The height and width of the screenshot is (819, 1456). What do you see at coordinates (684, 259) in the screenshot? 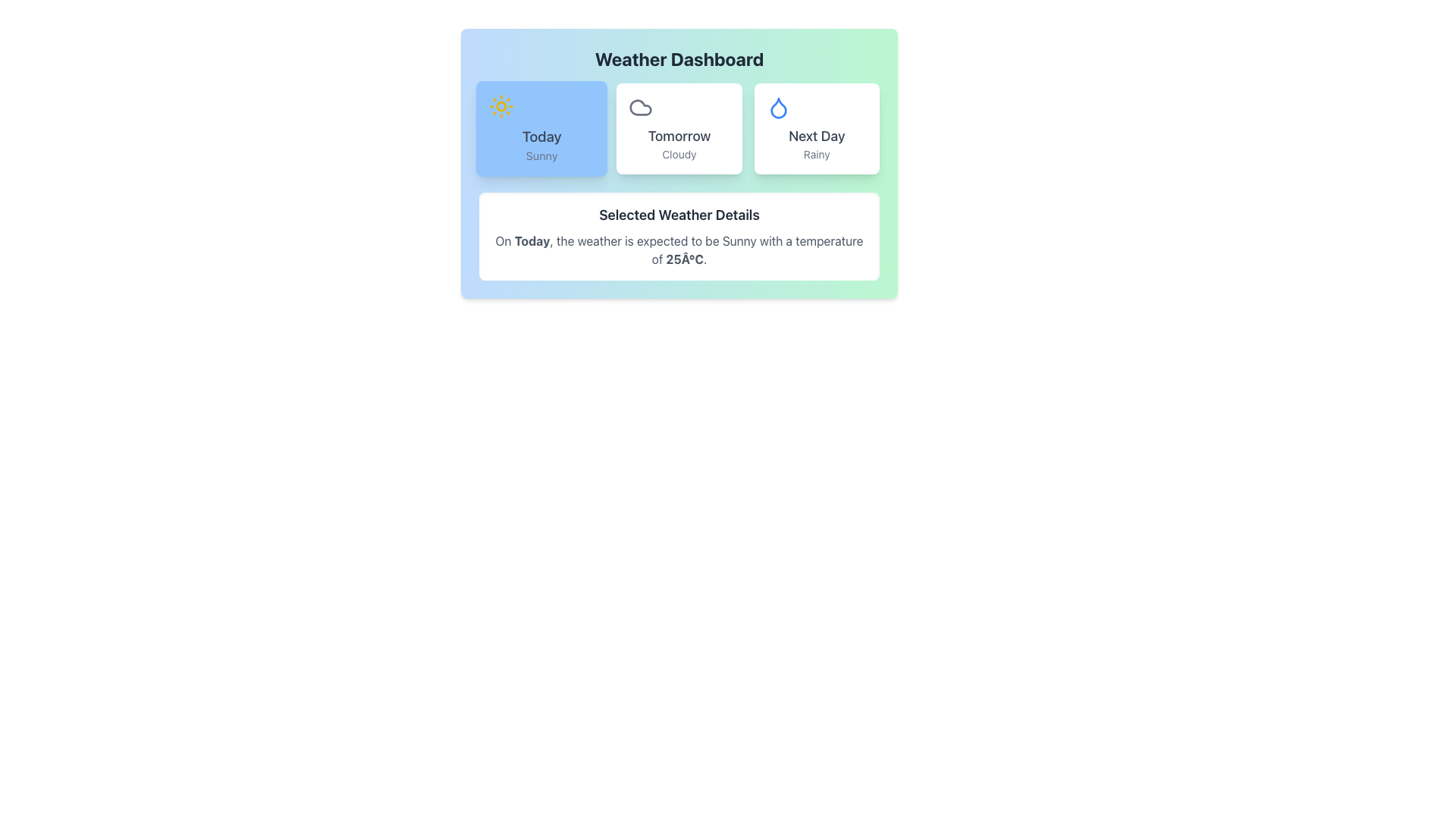
I see `temperature value displayed in the 'Selected Weather Details' section, which follows the main description about today's weather` at bounding box center [684, 259].